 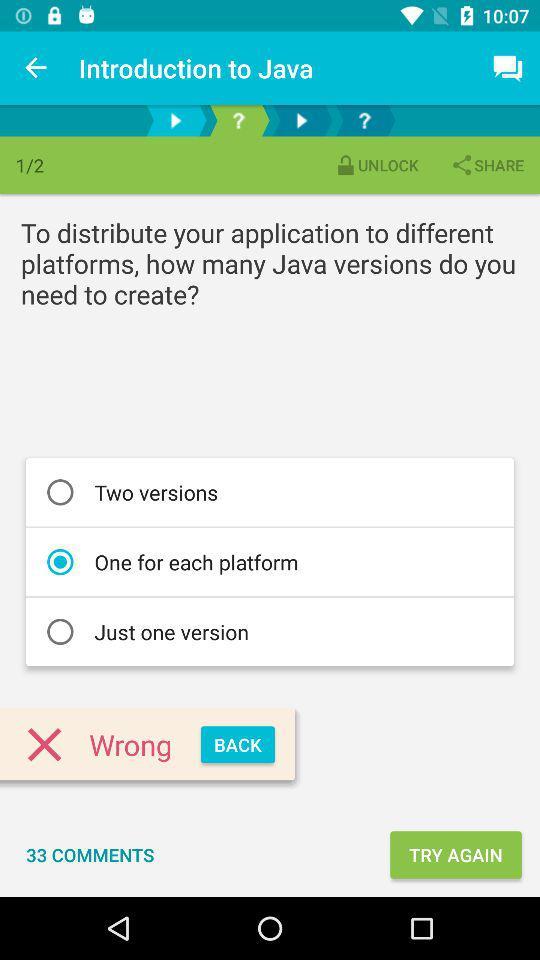 I want to click on the play icon, so click(x=175, y=120).